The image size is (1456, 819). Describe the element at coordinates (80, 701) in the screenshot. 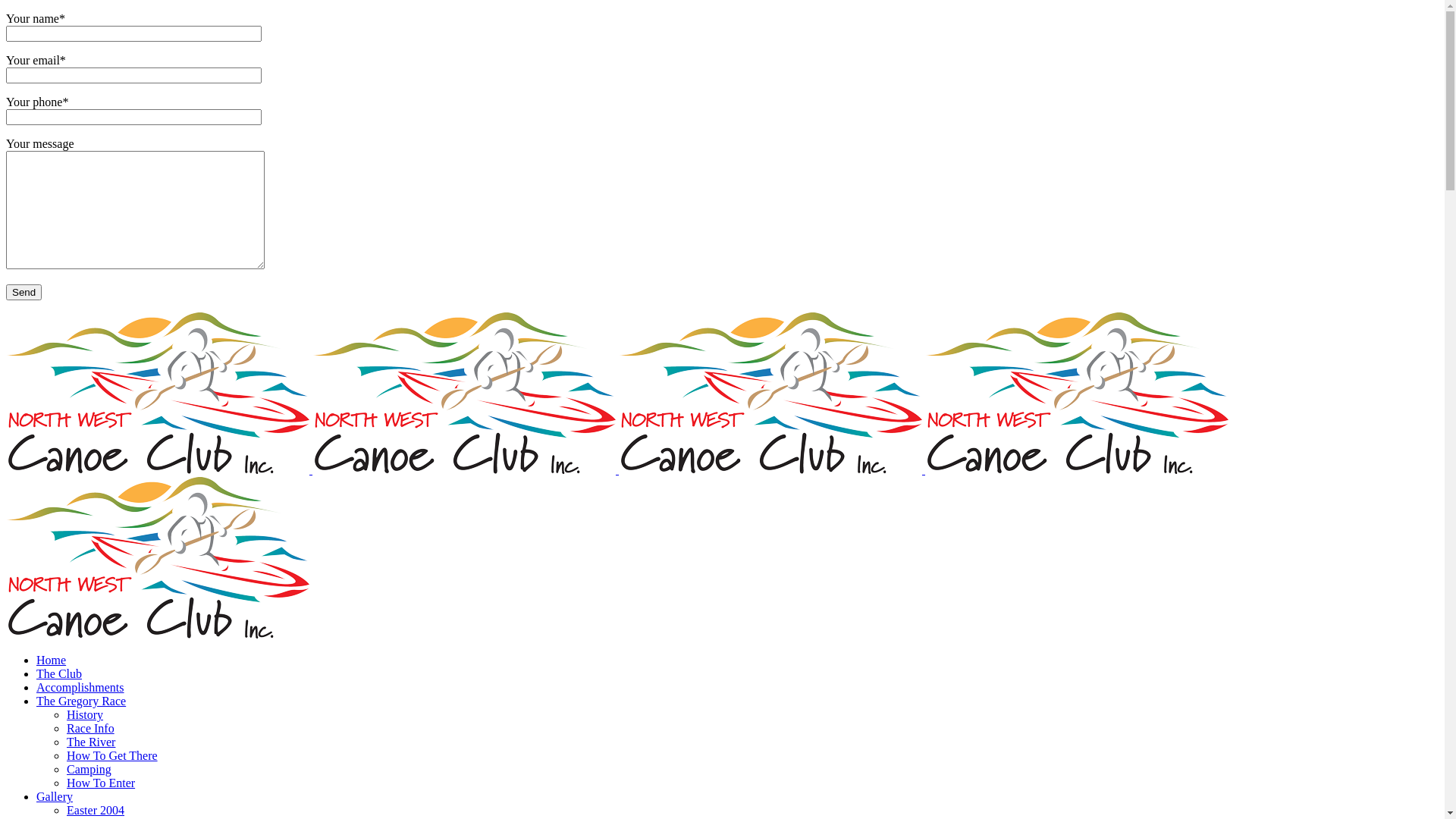

I see `'The Gregory Race'` at that location.